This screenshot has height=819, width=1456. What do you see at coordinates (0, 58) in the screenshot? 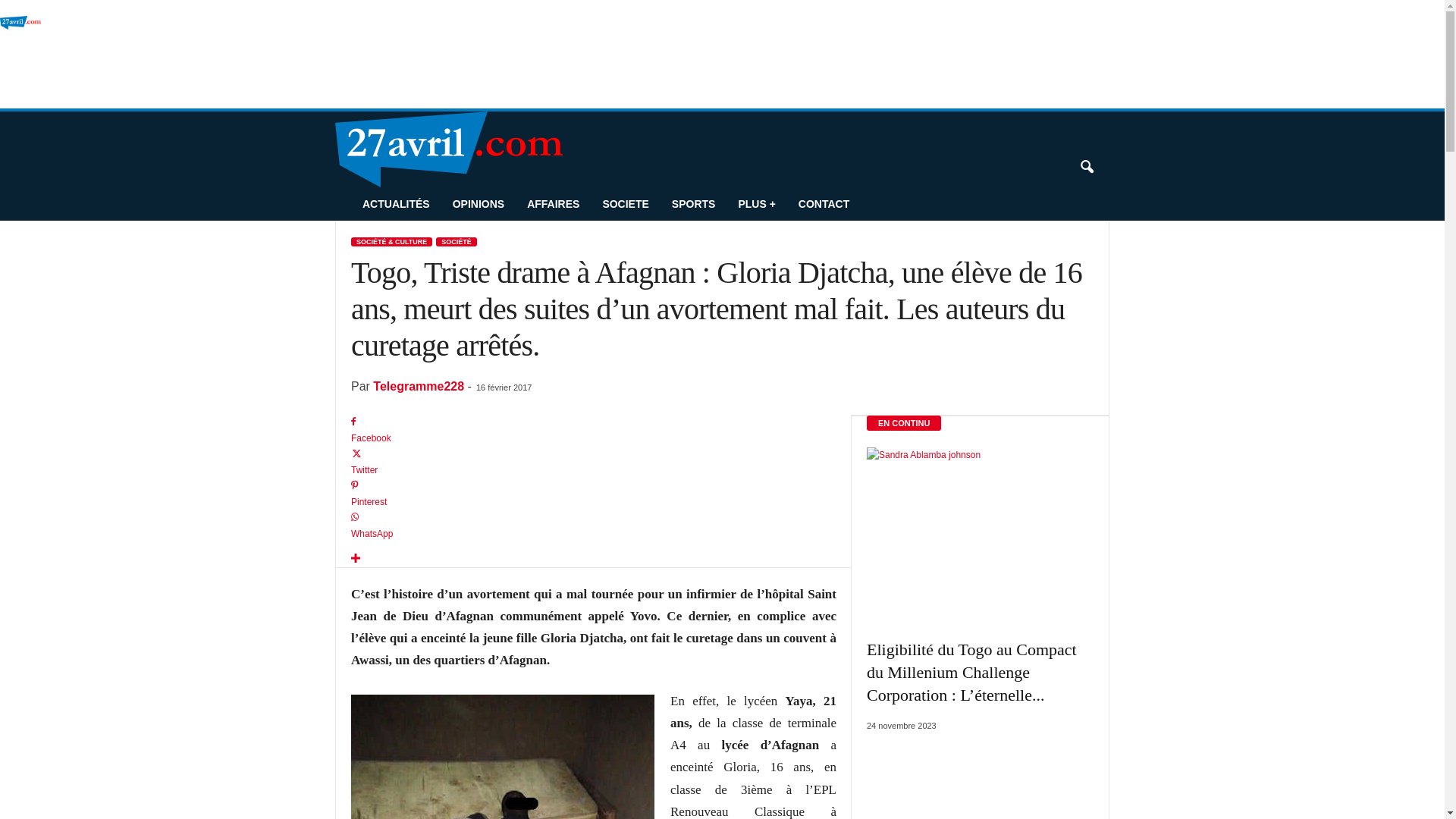
I see `'27avril.com'` at bounding box center [0, 58].